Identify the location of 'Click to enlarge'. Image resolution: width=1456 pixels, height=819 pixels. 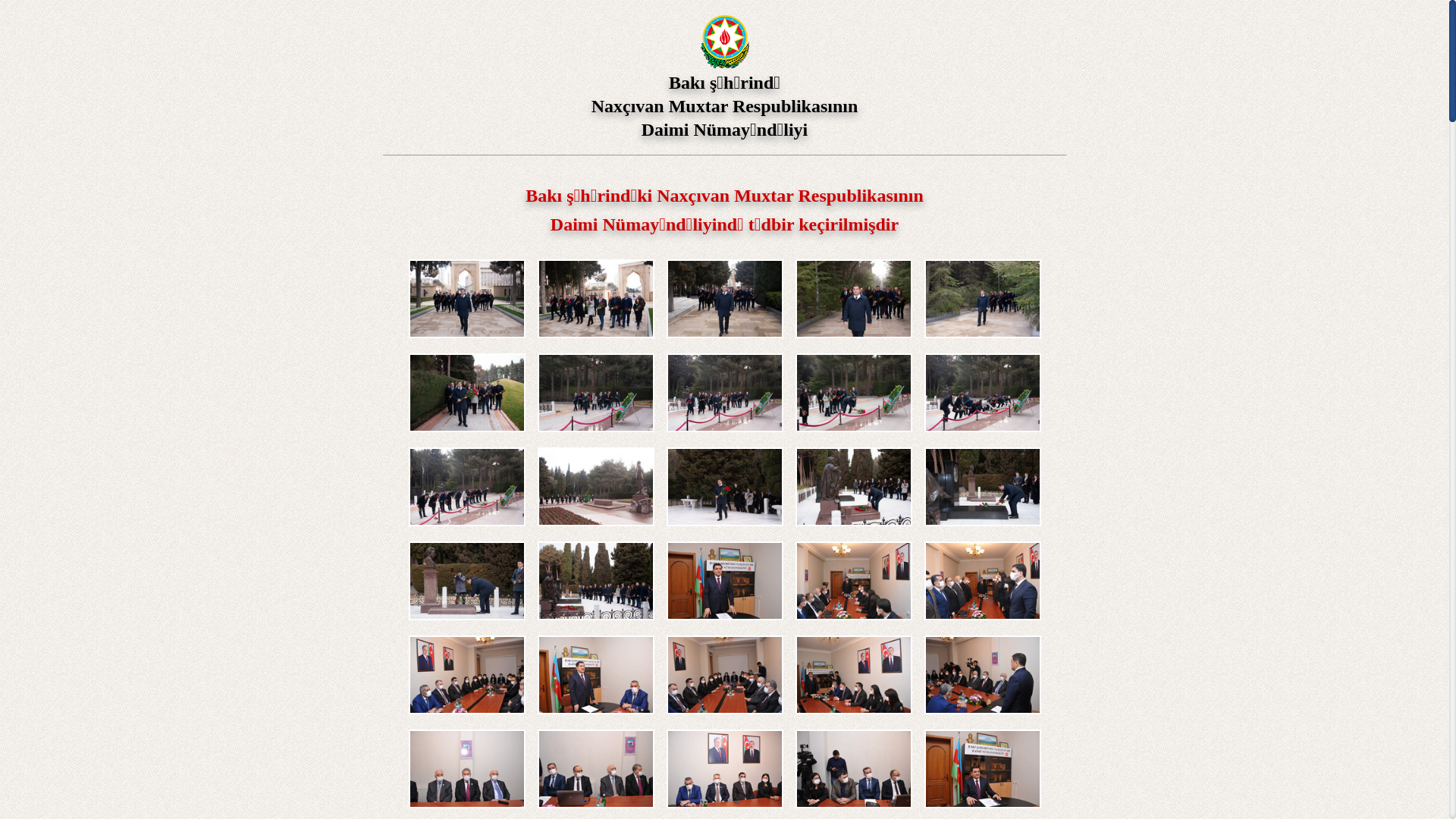
(723, 769).